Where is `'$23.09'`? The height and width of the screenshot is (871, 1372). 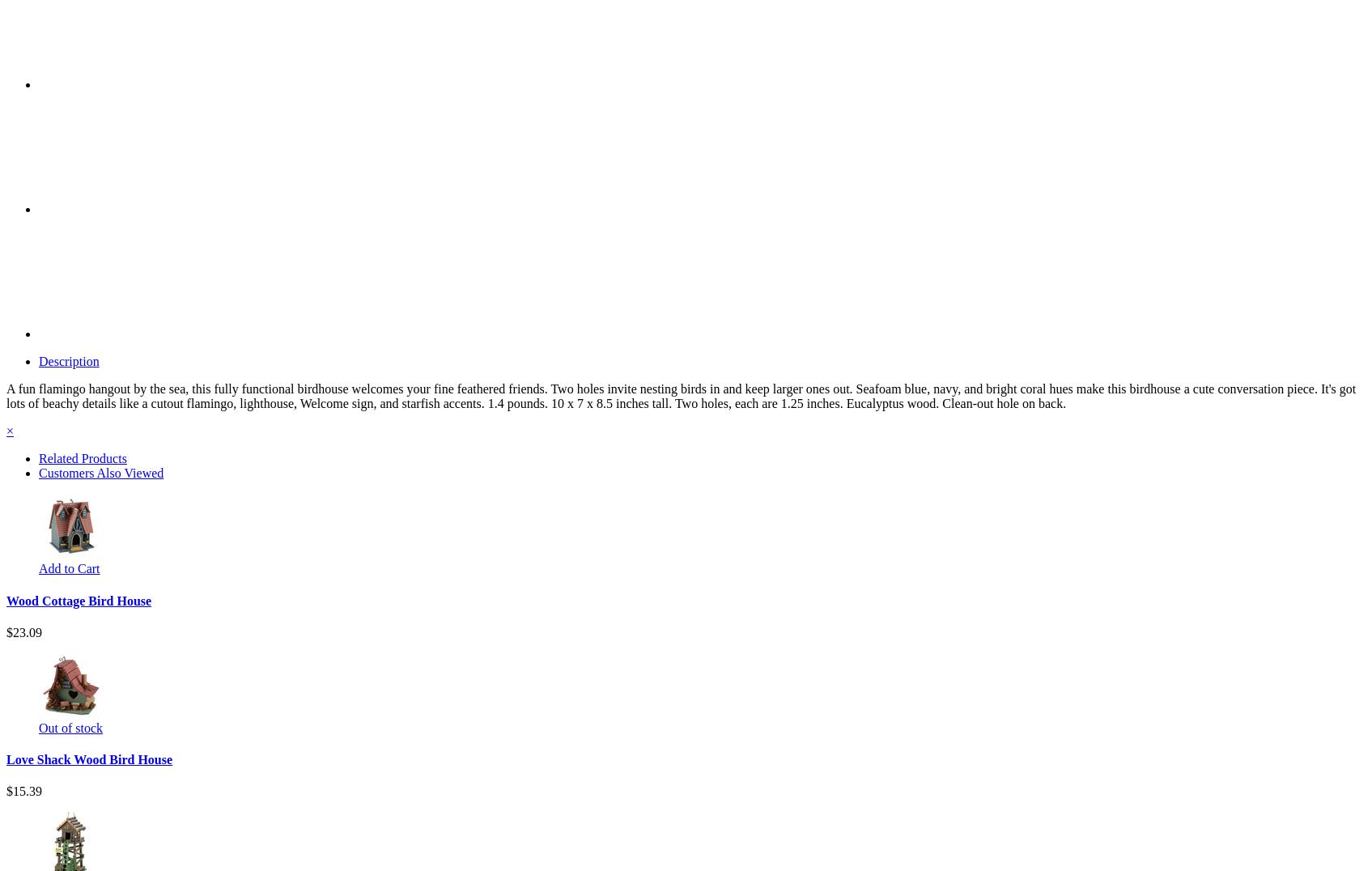
'$23.09' is located at coordinates (24, 631).